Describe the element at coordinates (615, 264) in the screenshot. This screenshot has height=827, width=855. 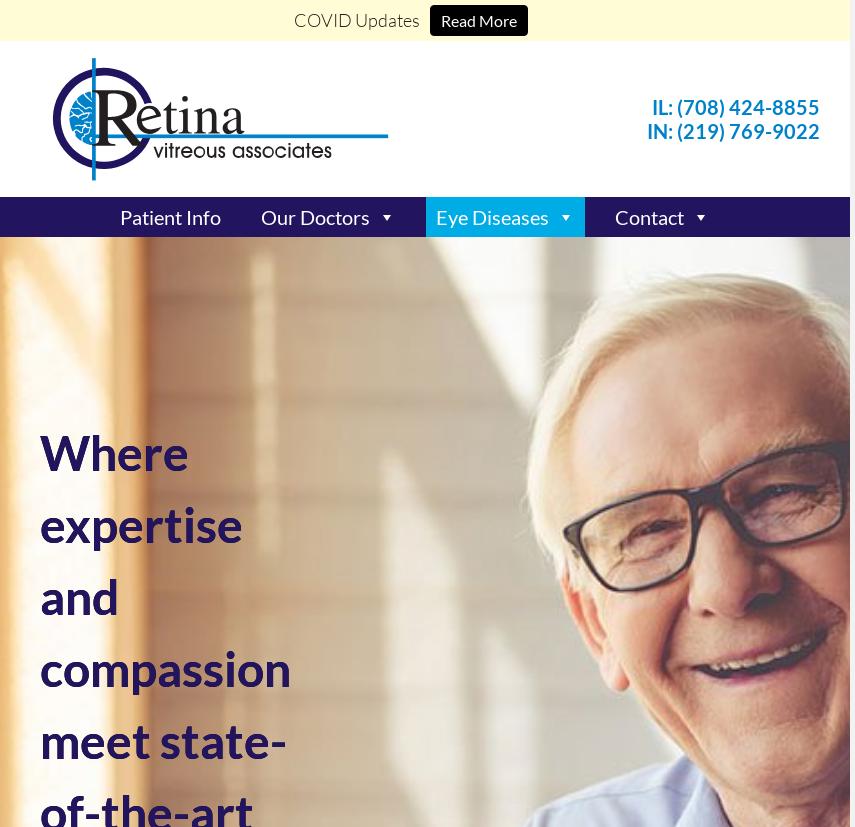
I see `'Leave a Review'` at that location.